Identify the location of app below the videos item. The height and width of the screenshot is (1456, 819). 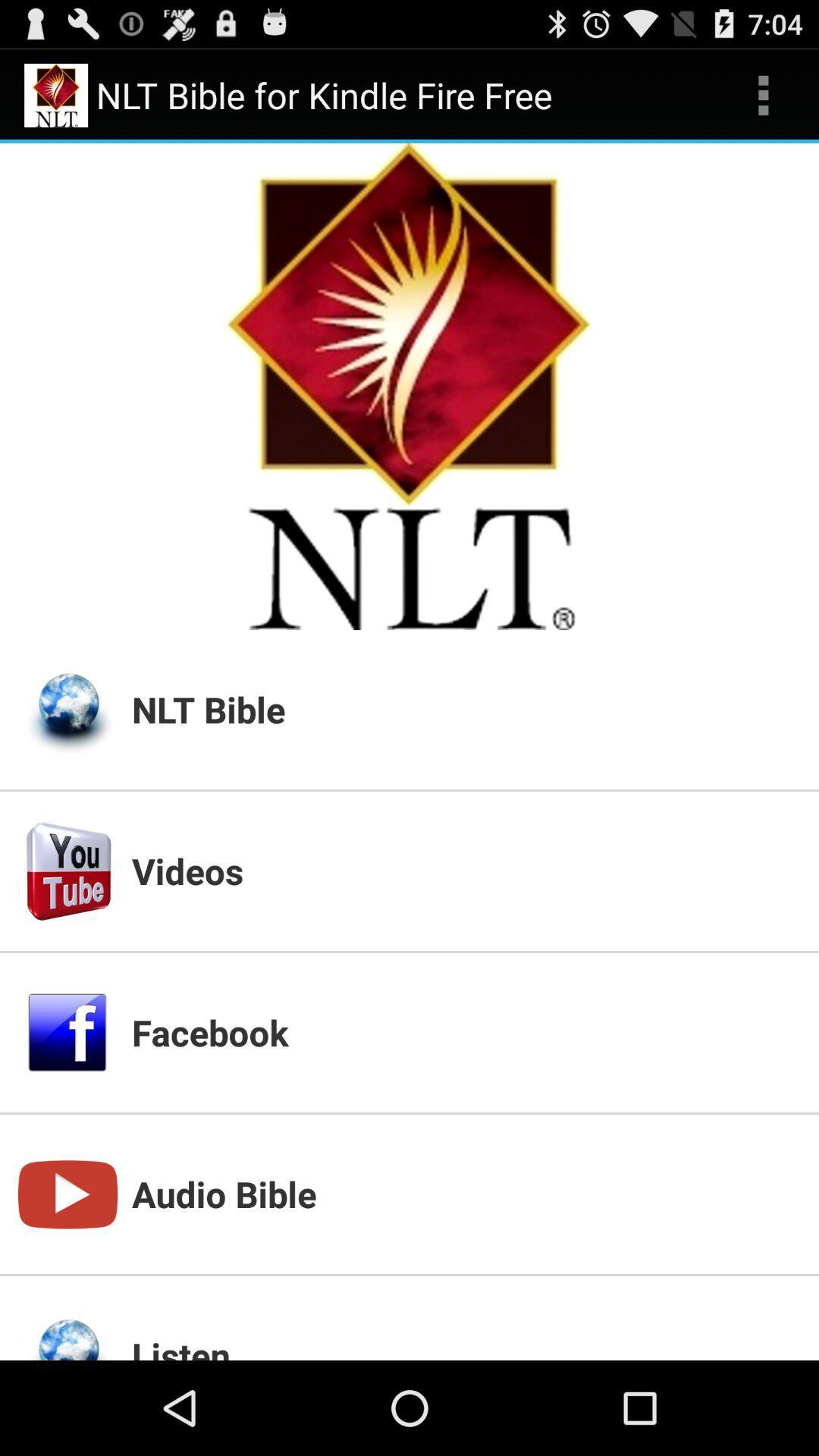
(465, 1031).